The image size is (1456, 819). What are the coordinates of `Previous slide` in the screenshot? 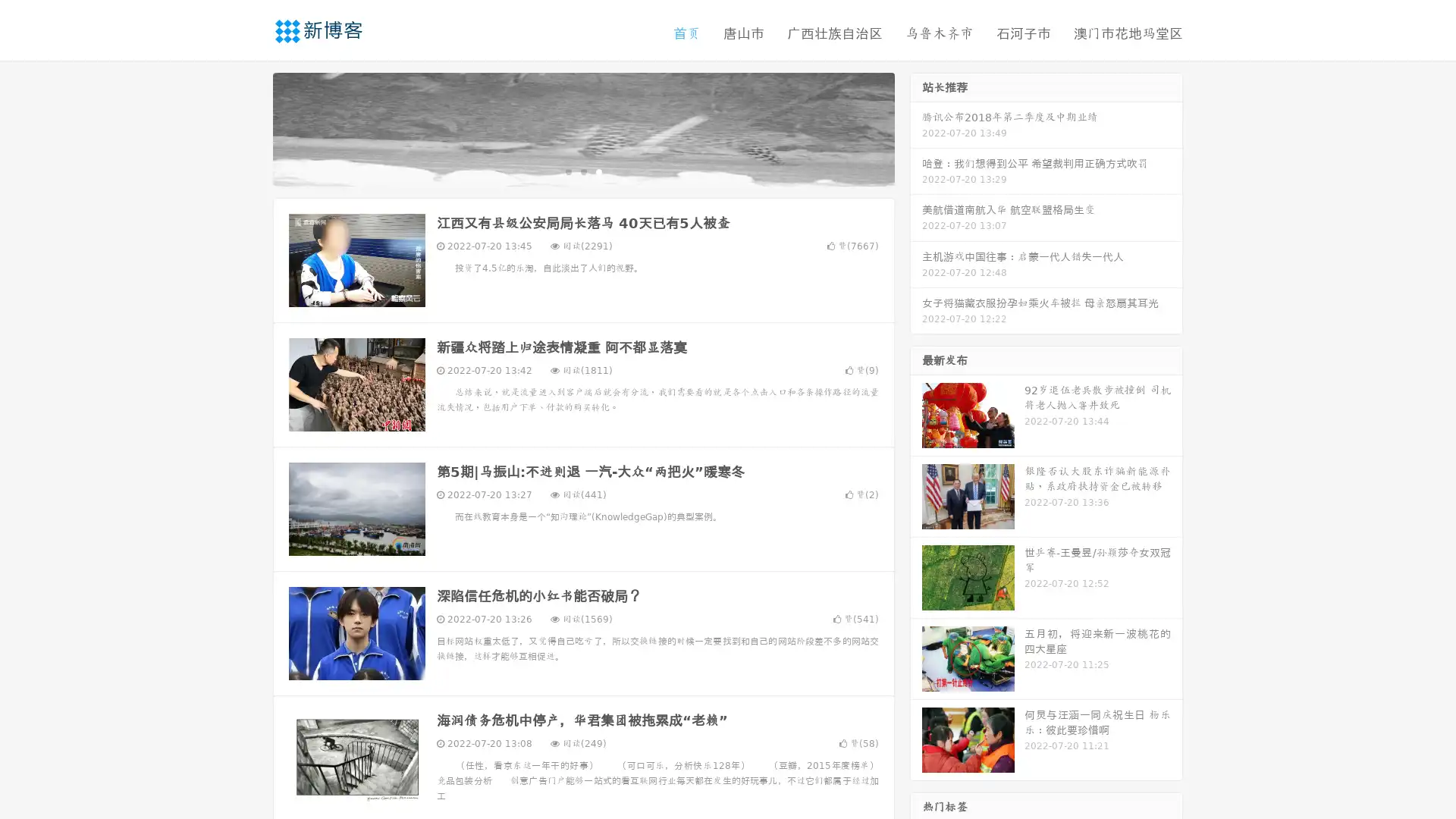 It's located at (250, 127).